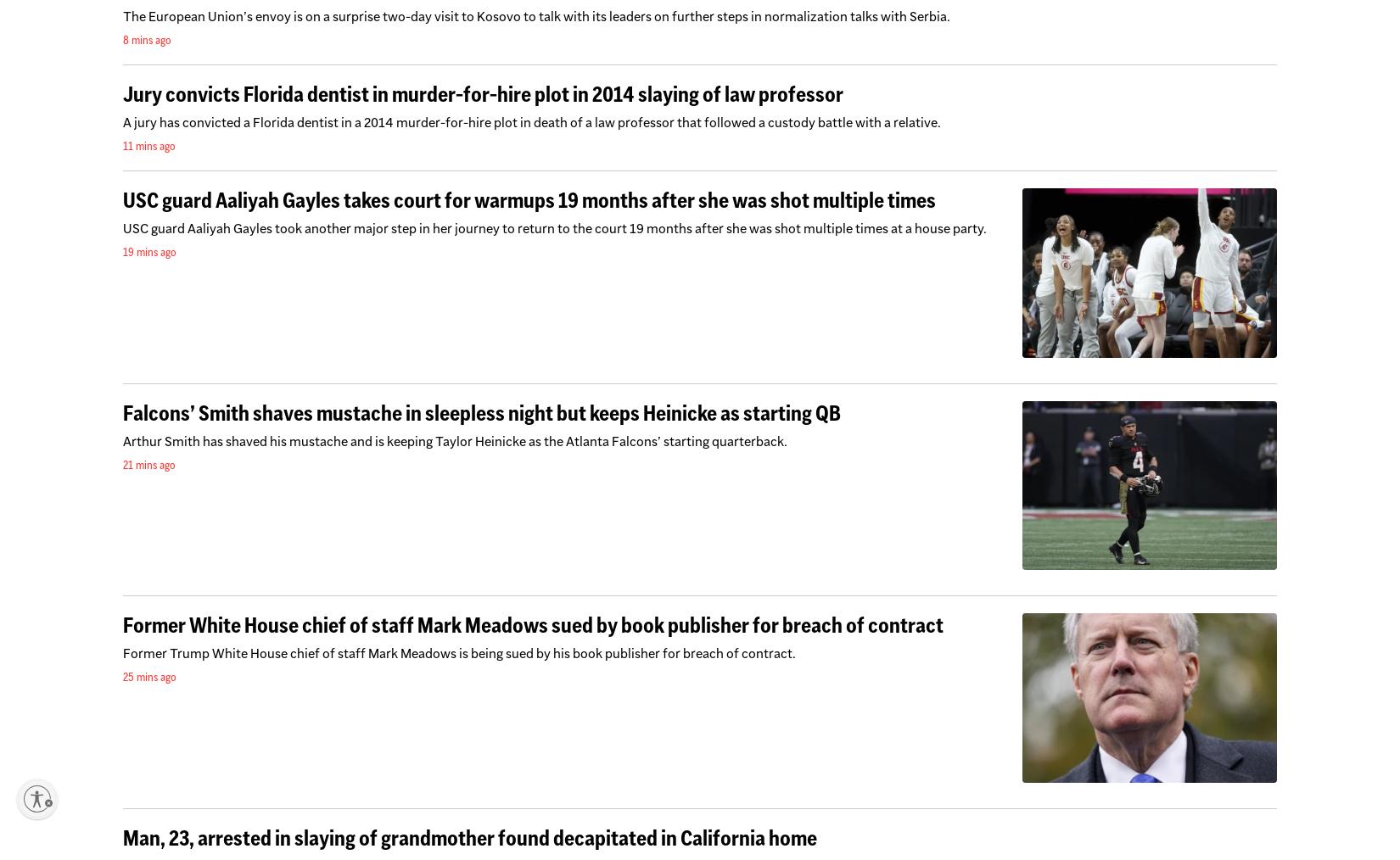 Image resolution: width=1400 pixels, height=860 pixels. I want to click on 'Former Trump White House chief of staff Mark Meadows is being sued by his book publisher for breach of contract.', so click(458, 653).